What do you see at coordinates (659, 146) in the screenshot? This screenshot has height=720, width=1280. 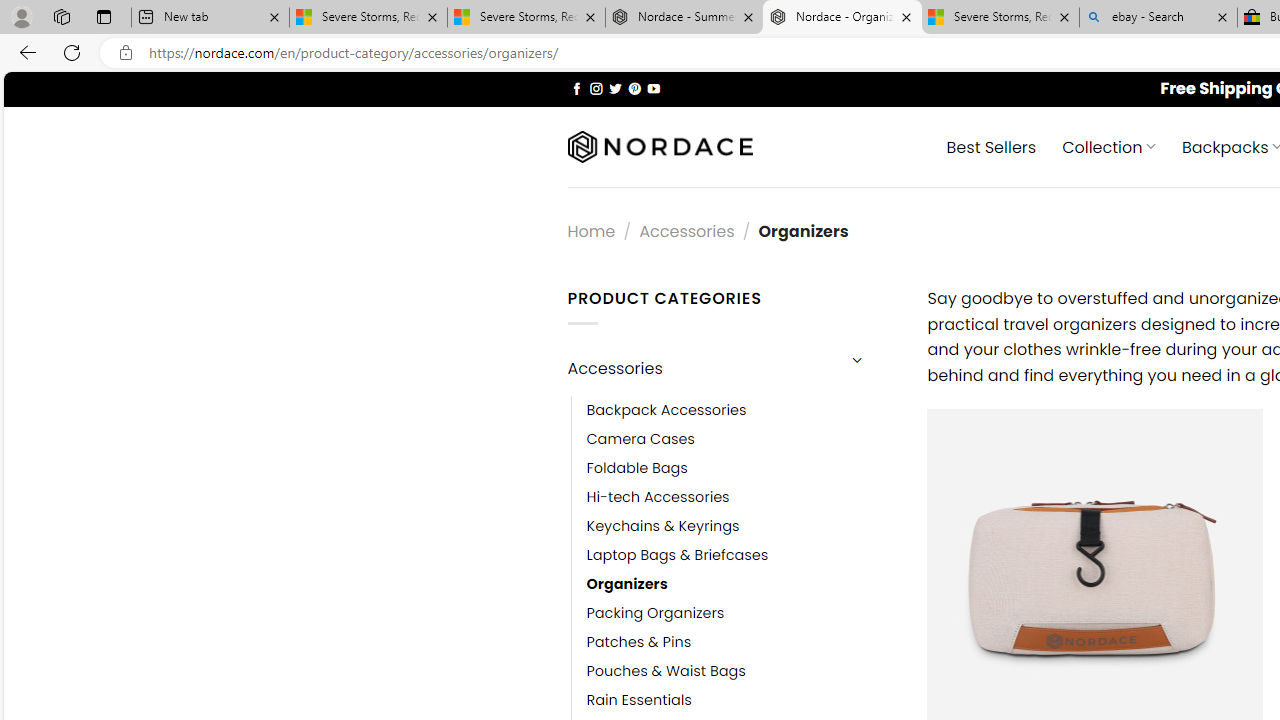 I see `'Nordace'` at bounding box center [659, 146].